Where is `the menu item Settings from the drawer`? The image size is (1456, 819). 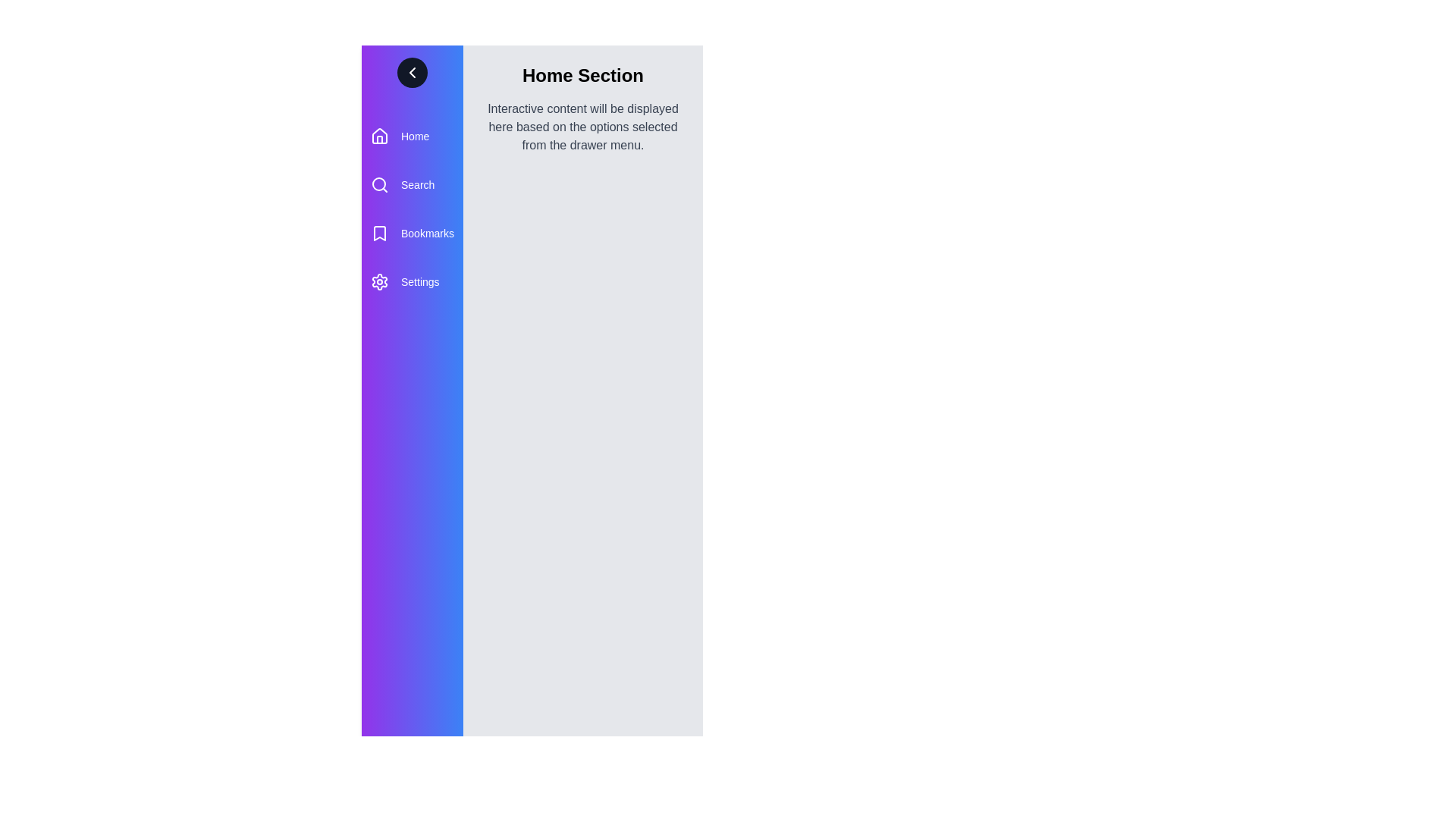
the menu item Settings from the drawer is located at coordinates (412, 281).